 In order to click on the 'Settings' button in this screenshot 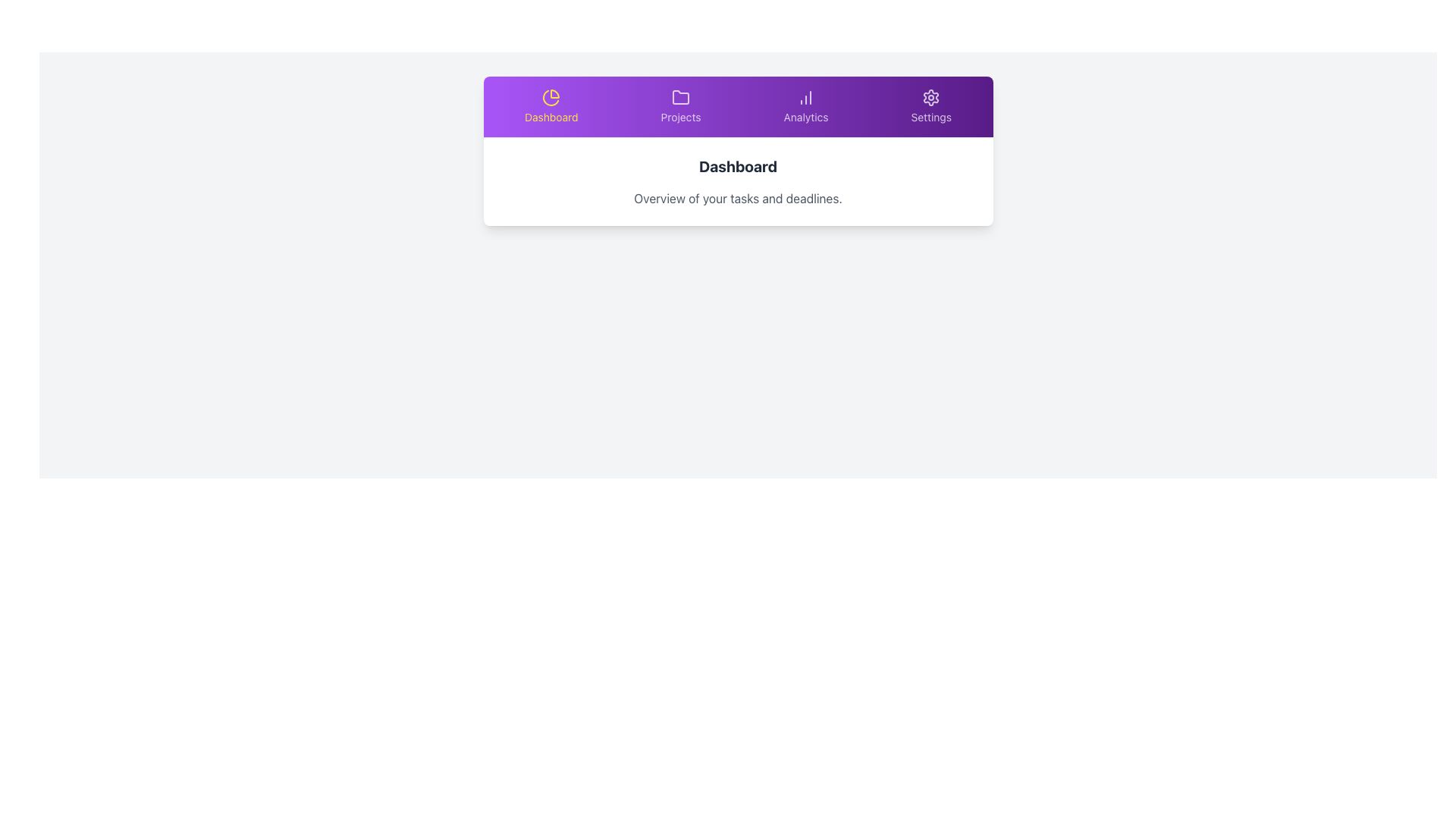, I will do `click(930, 106)`.